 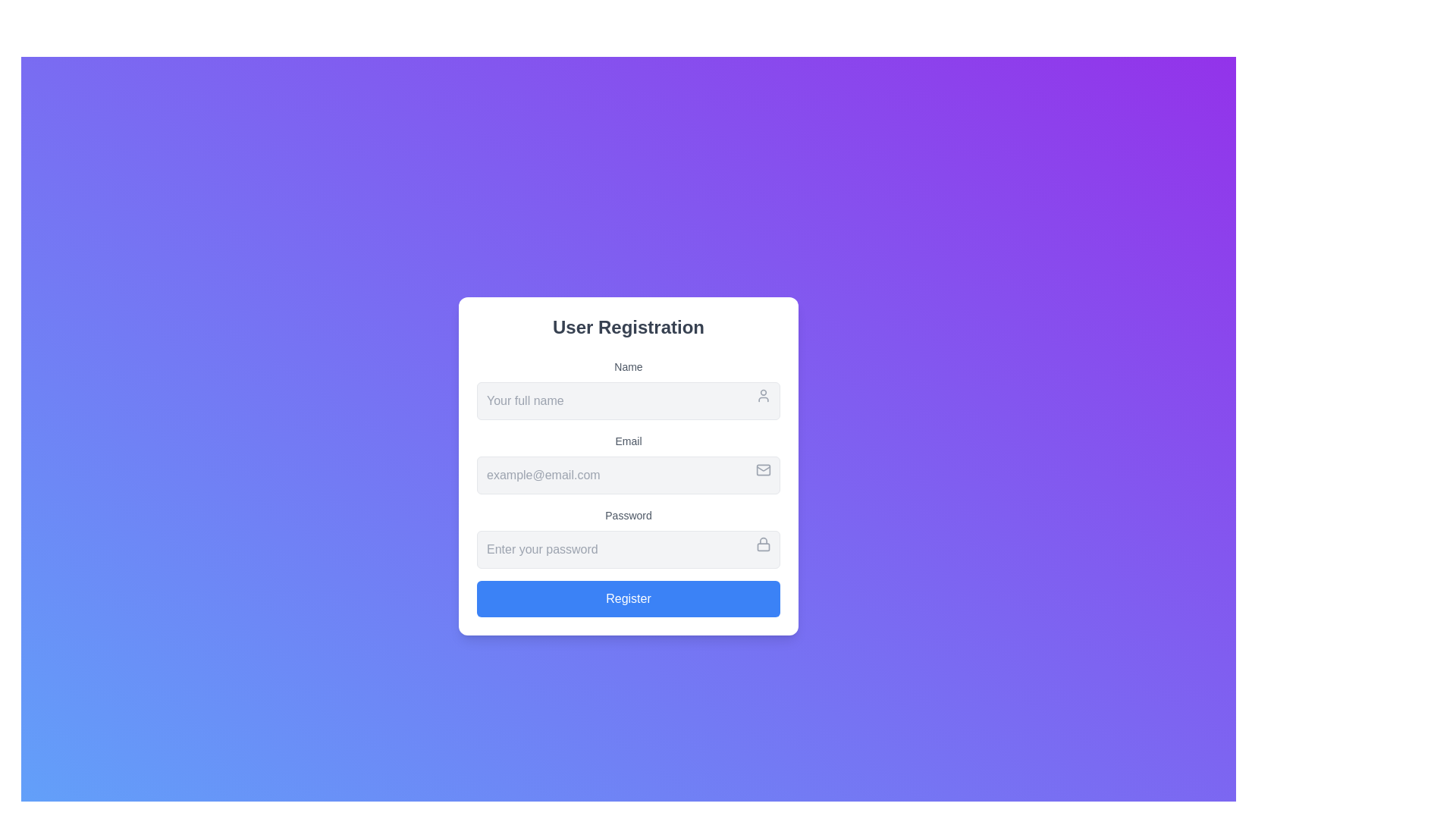 I want to click on the heading element that serves as the title for the user registration form, which is centered horizontally and located at the top of the form, so click(x=629, y=327).